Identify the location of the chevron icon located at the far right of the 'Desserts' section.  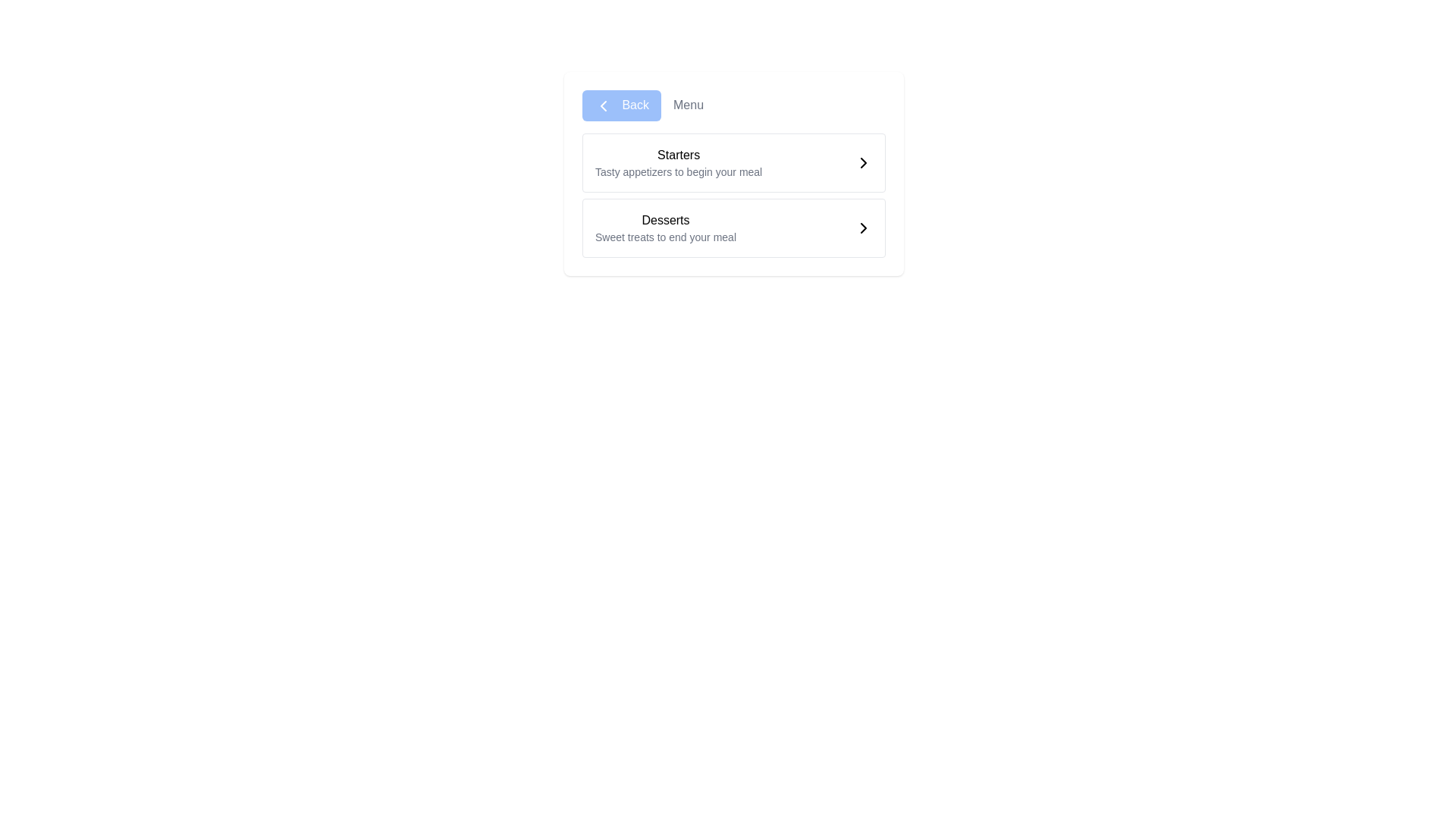
(863, 227).